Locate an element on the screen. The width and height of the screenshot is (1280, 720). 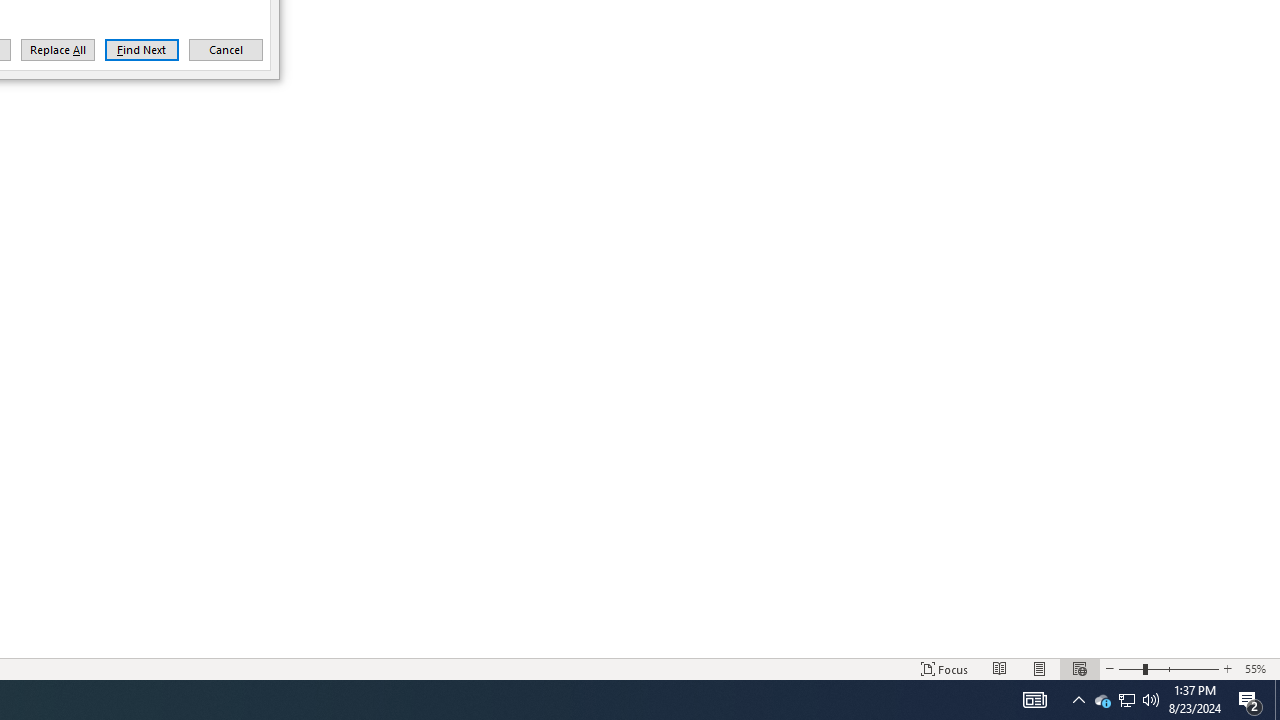
'Read Mode' is located at coordinates (1000, 669).